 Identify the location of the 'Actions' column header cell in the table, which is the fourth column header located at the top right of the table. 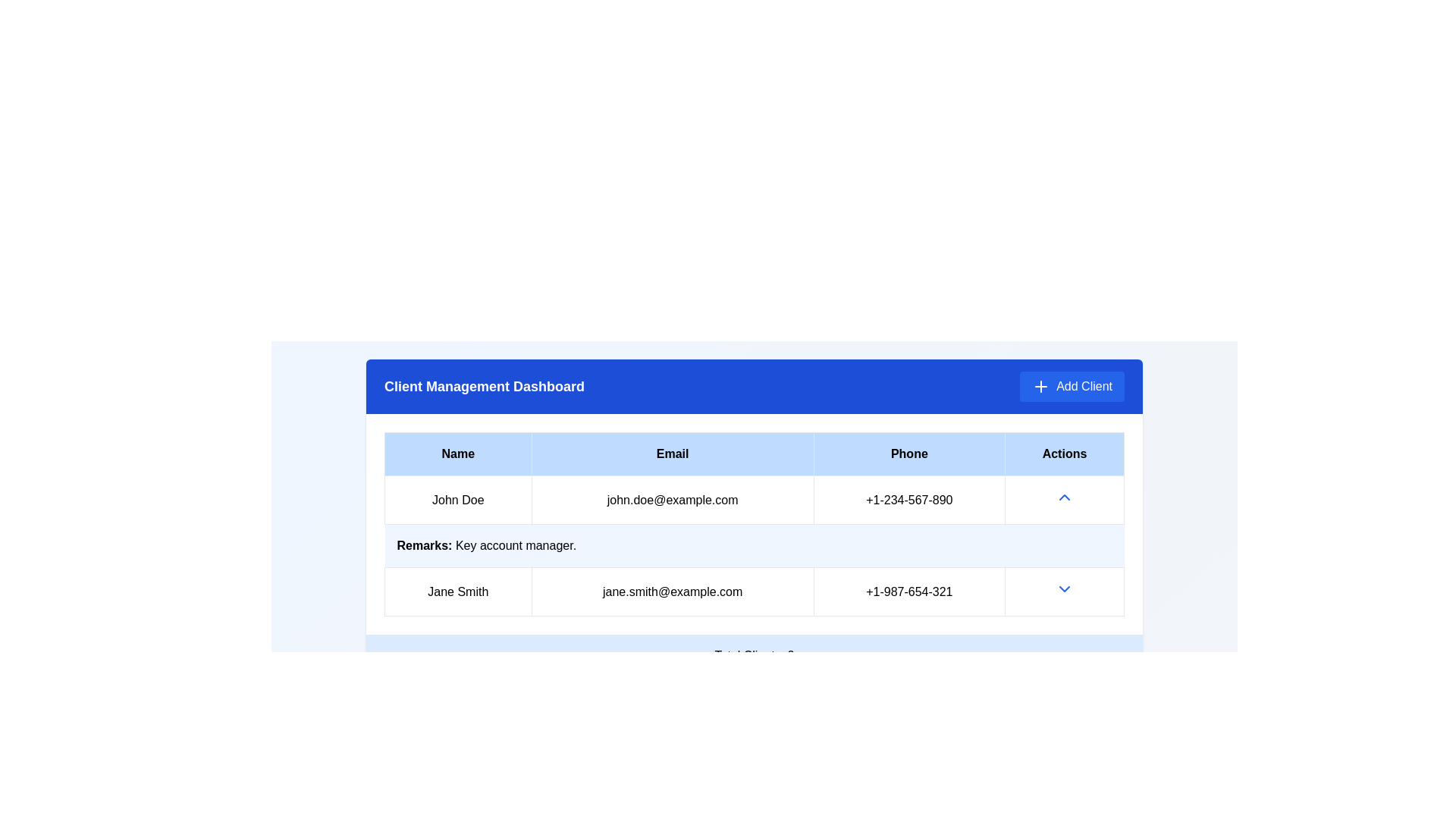
(1063, 453).